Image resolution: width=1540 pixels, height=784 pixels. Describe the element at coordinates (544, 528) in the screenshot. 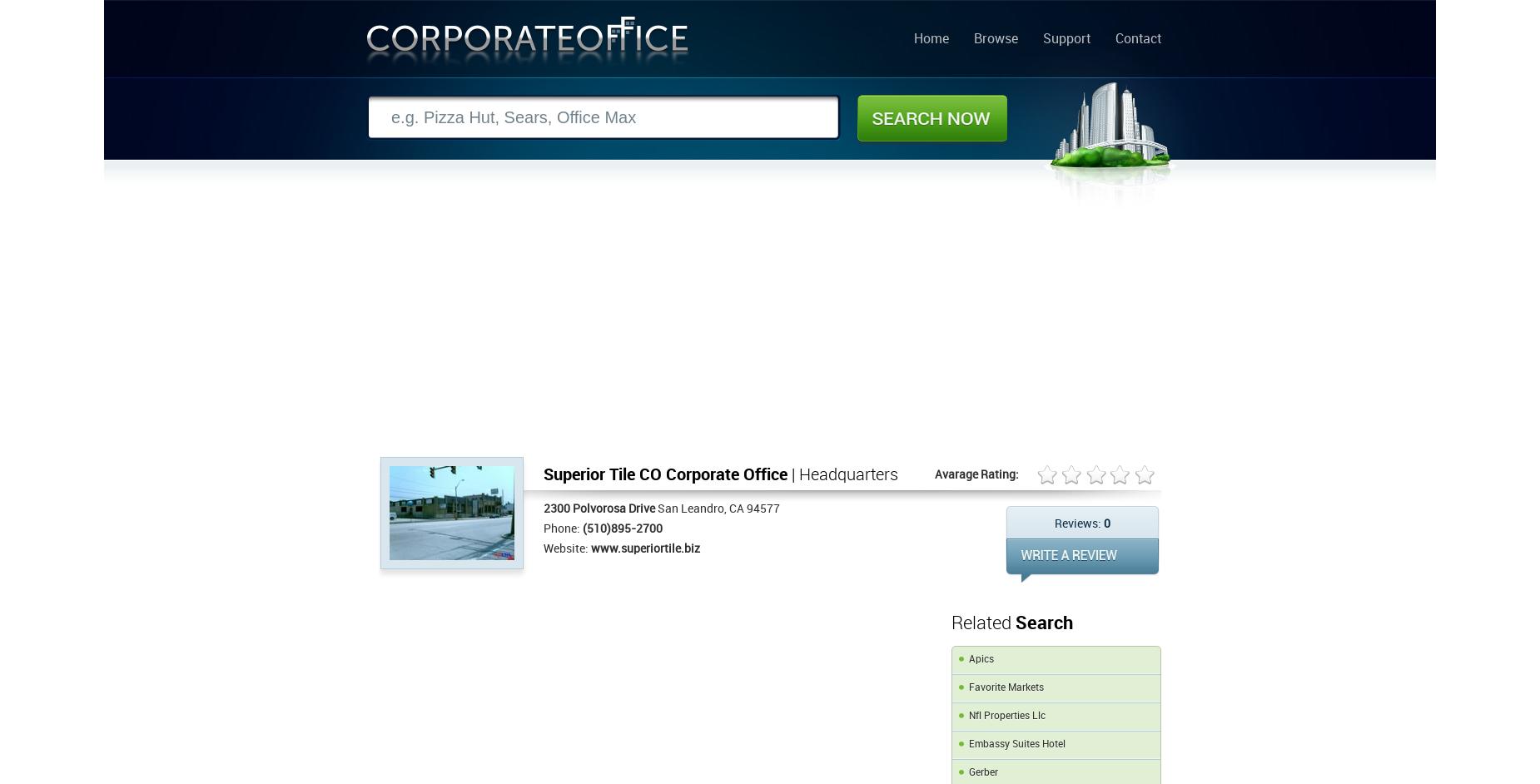

I see `'Phone:'` at that location.